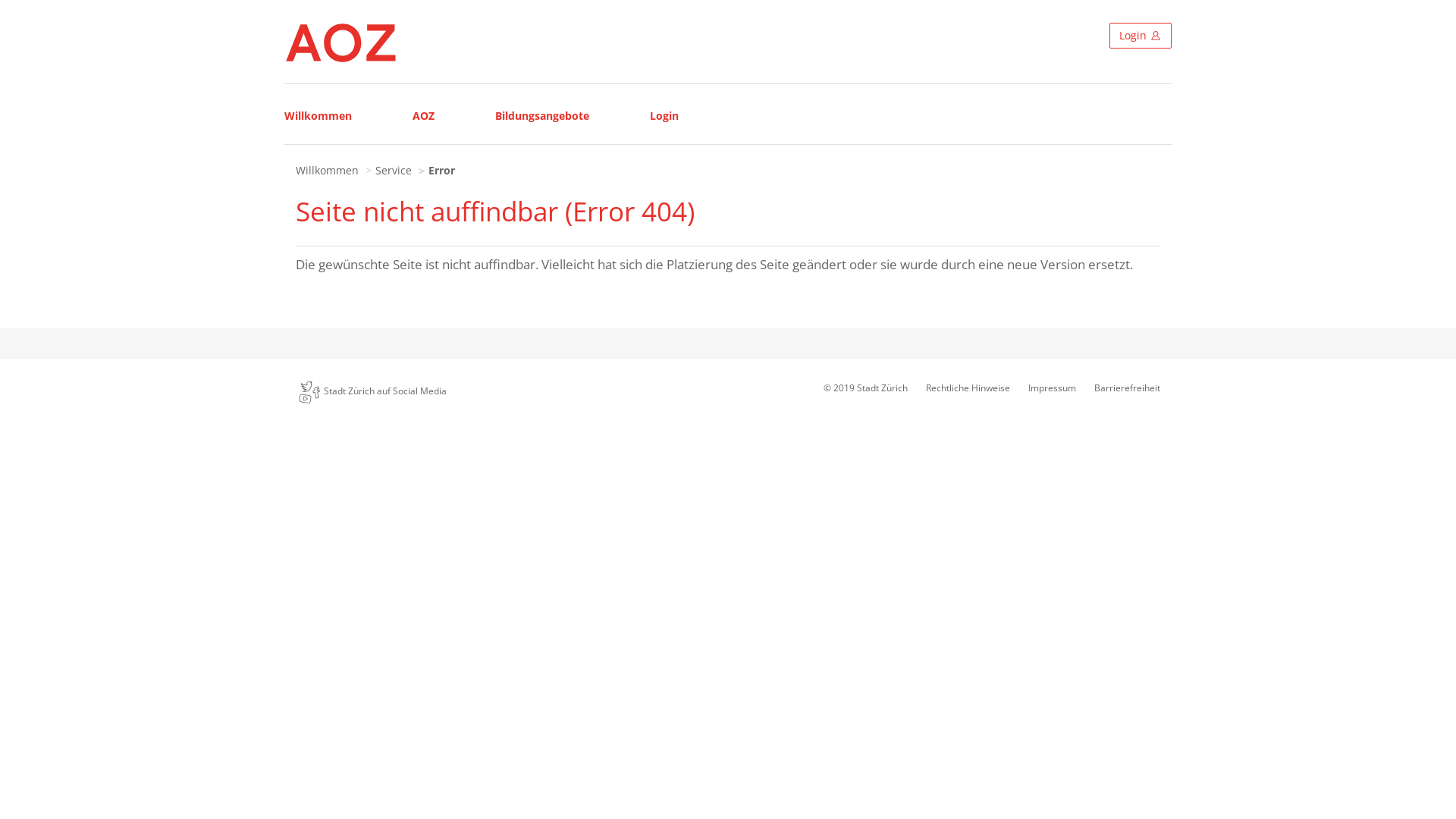  Describe the element at coordinates (1051, 387) in the screenshot. I see `'Impressum'` at that location.